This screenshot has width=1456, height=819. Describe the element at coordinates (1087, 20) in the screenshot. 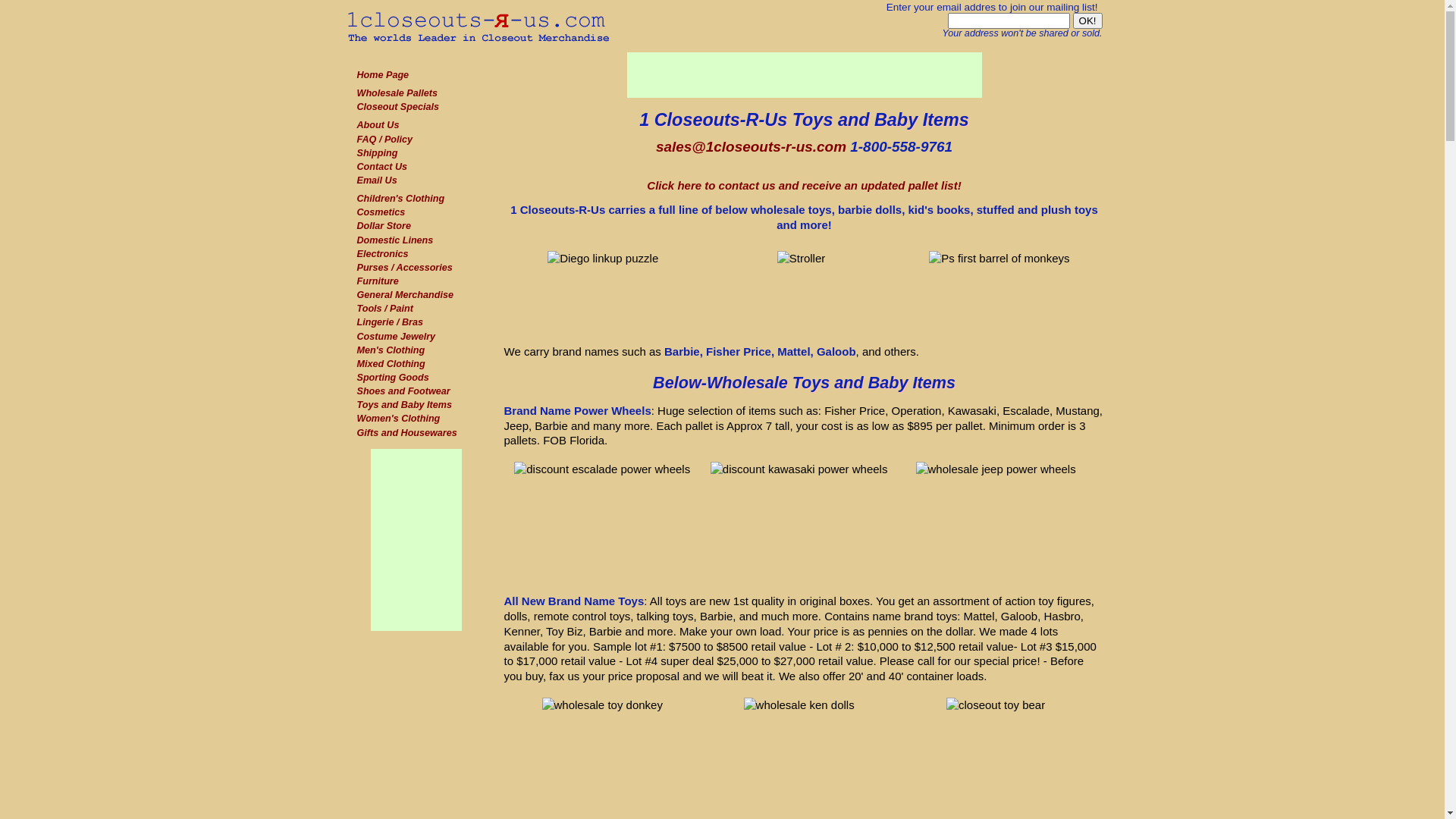

I see `'OK!'` at that location.